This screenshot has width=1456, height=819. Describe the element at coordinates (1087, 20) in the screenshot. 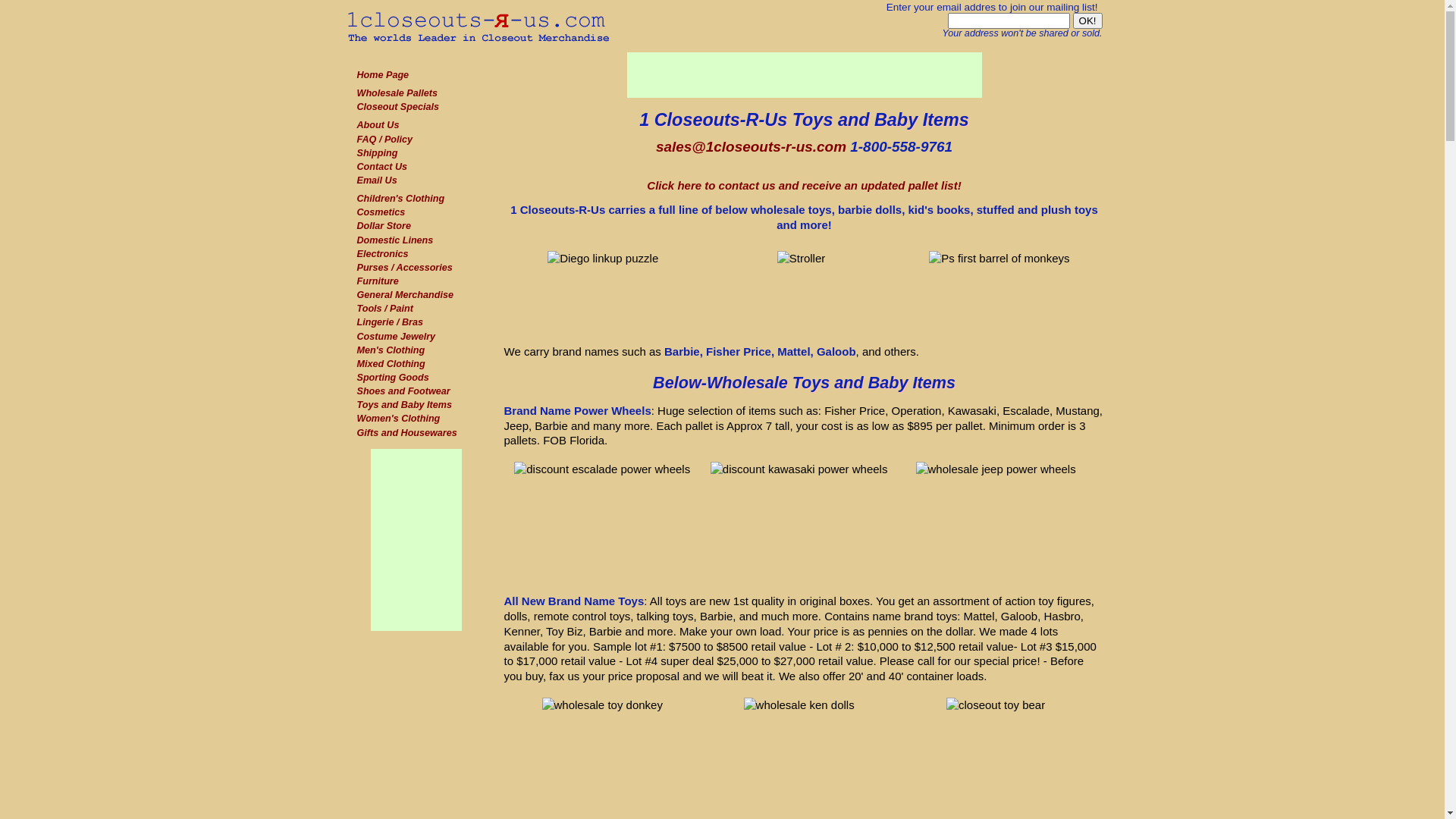

I see `'OK!'` at that location.